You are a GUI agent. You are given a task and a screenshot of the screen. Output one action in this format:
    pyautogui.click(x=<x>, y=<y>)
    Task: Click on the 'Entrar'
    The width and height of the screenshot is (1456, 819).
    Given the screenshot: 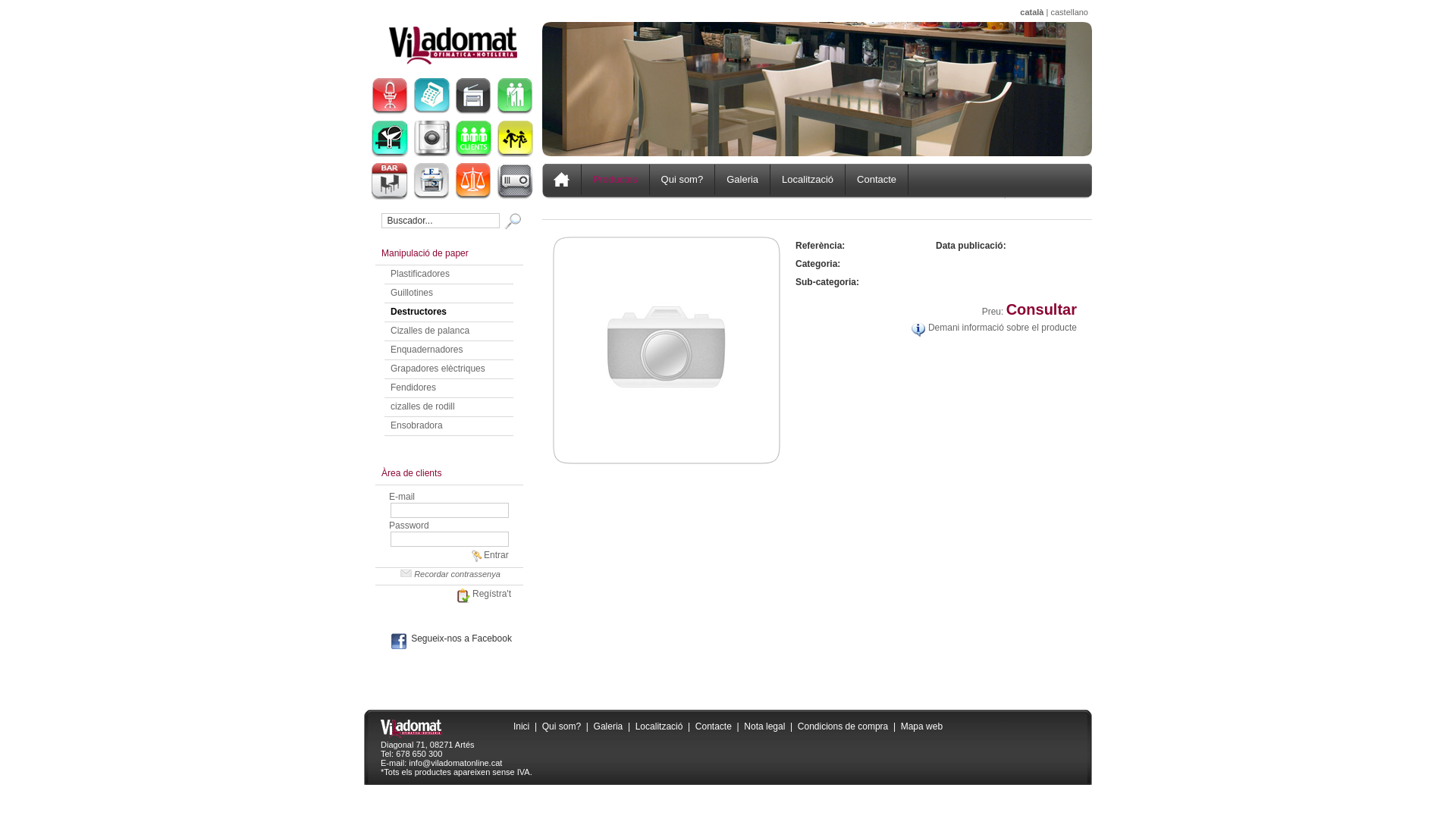 What is the action you would take?
    pyautogui.click(x=488, y=555)
    